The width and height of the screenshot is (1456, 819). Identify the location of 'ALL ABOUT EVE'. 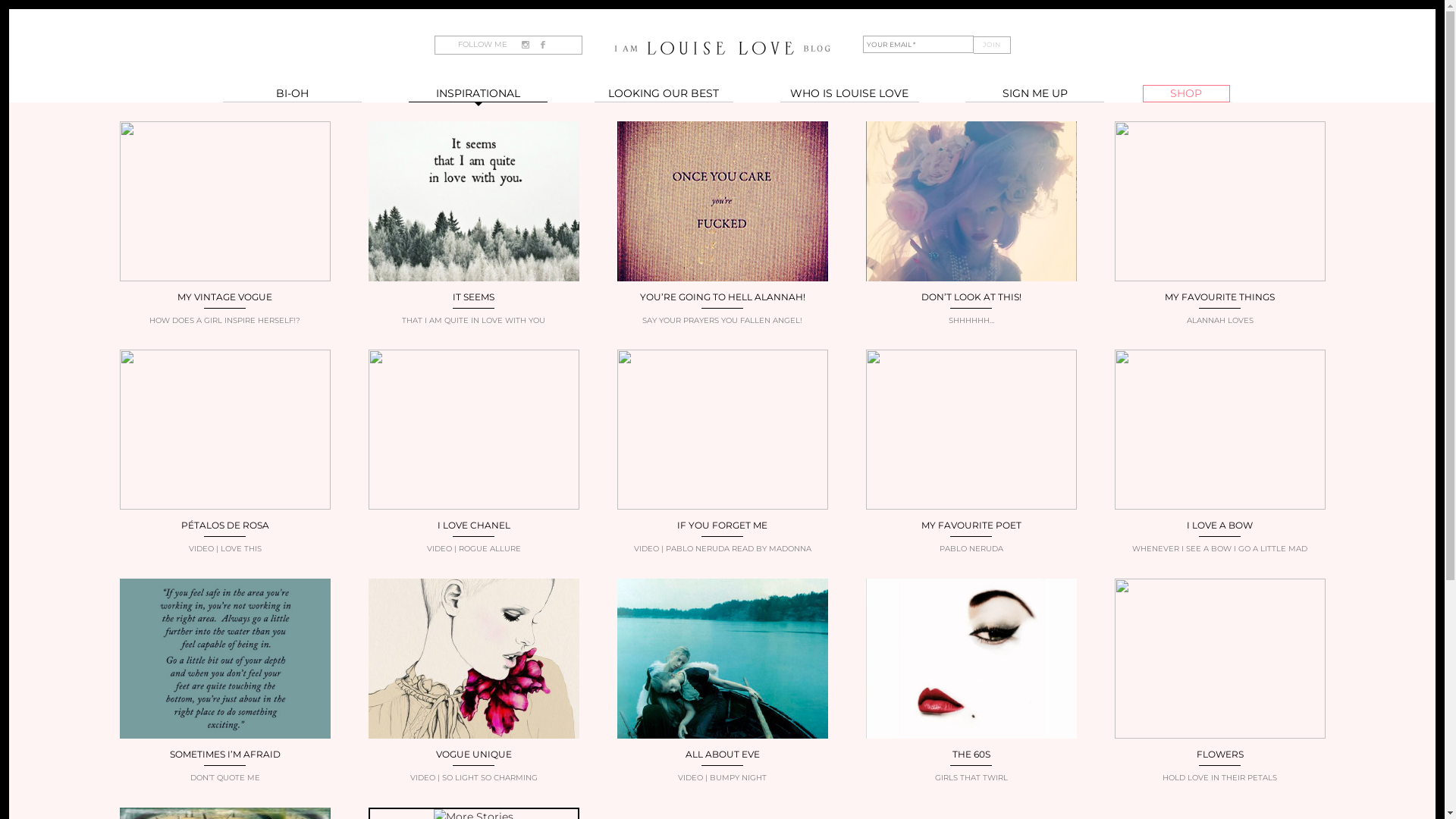
(684, 754).